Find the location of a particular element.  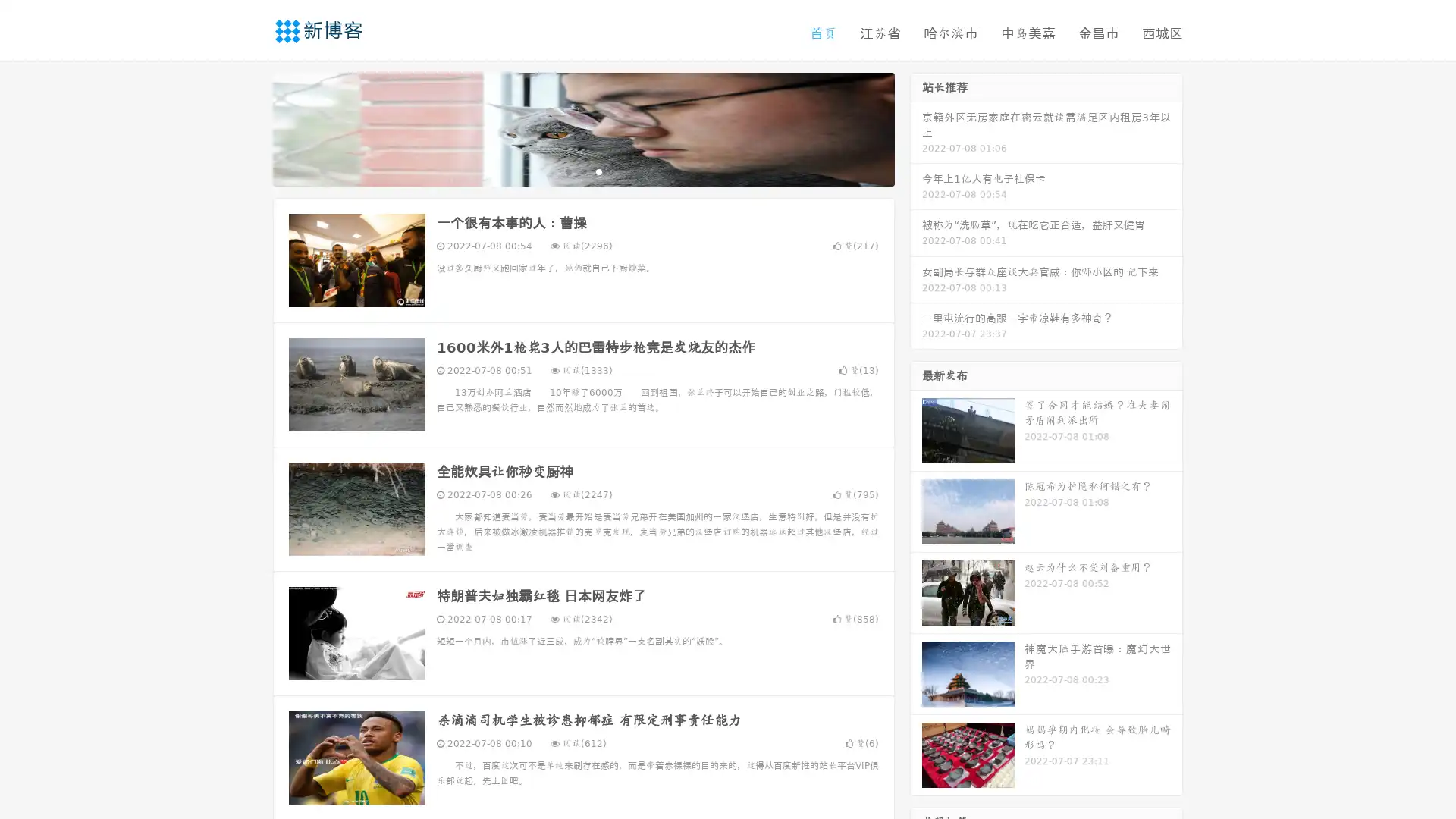

Previous slide is located at coordinates (250, 127).